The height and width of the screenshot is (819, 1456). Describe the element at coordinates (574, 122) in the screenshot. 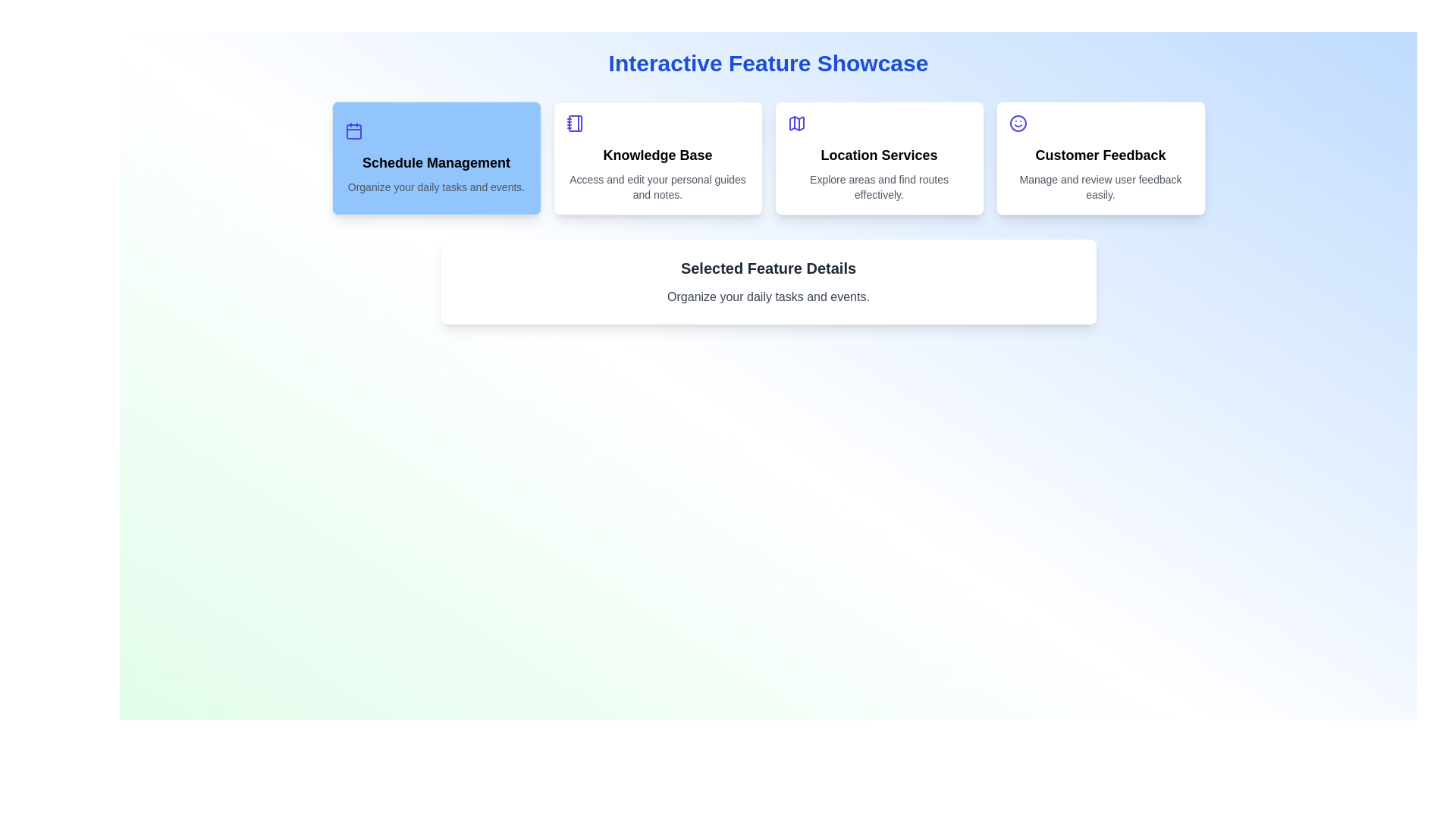

I see `the 'Knowledge Base' icon` at that location.